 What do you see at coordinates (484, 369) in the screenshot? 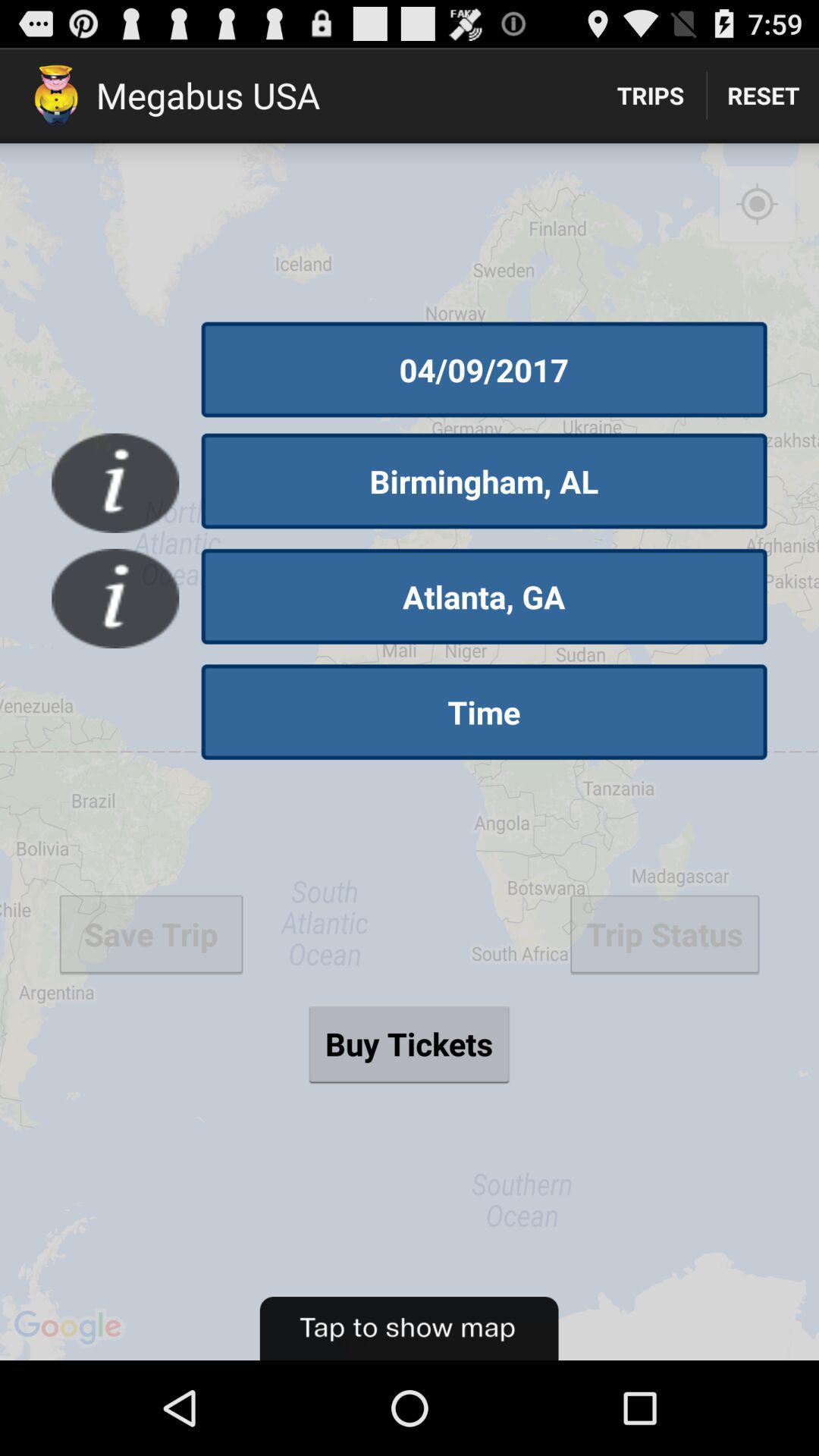
I see `04/09/2017 button` at bounding box center [484, 369].